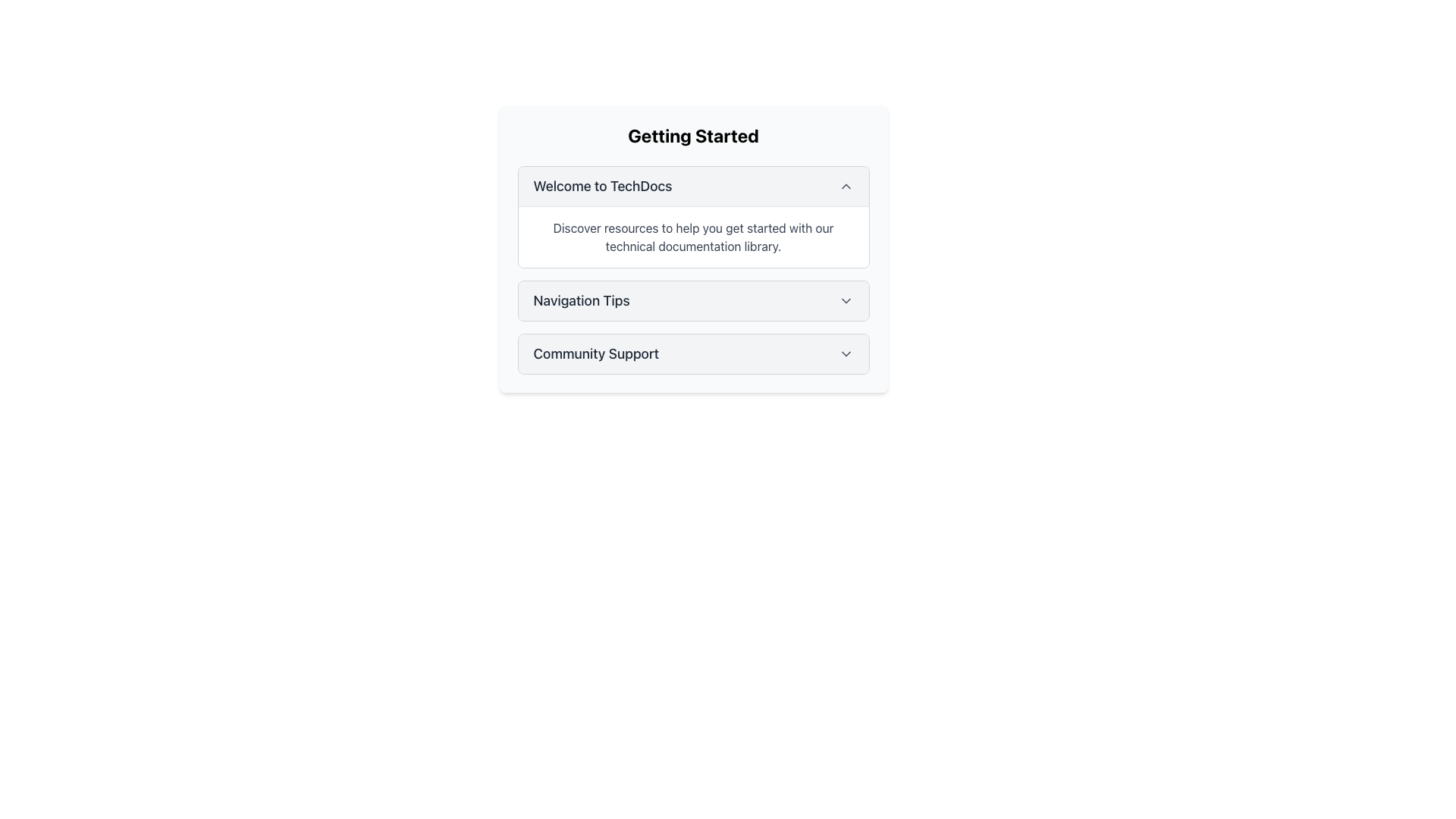  Describe the element at coordinates (692, 186) in the screenshot. I see `the 'Welcome to TechDocs' button located at the top of the 'Getting Started' section` at that location.